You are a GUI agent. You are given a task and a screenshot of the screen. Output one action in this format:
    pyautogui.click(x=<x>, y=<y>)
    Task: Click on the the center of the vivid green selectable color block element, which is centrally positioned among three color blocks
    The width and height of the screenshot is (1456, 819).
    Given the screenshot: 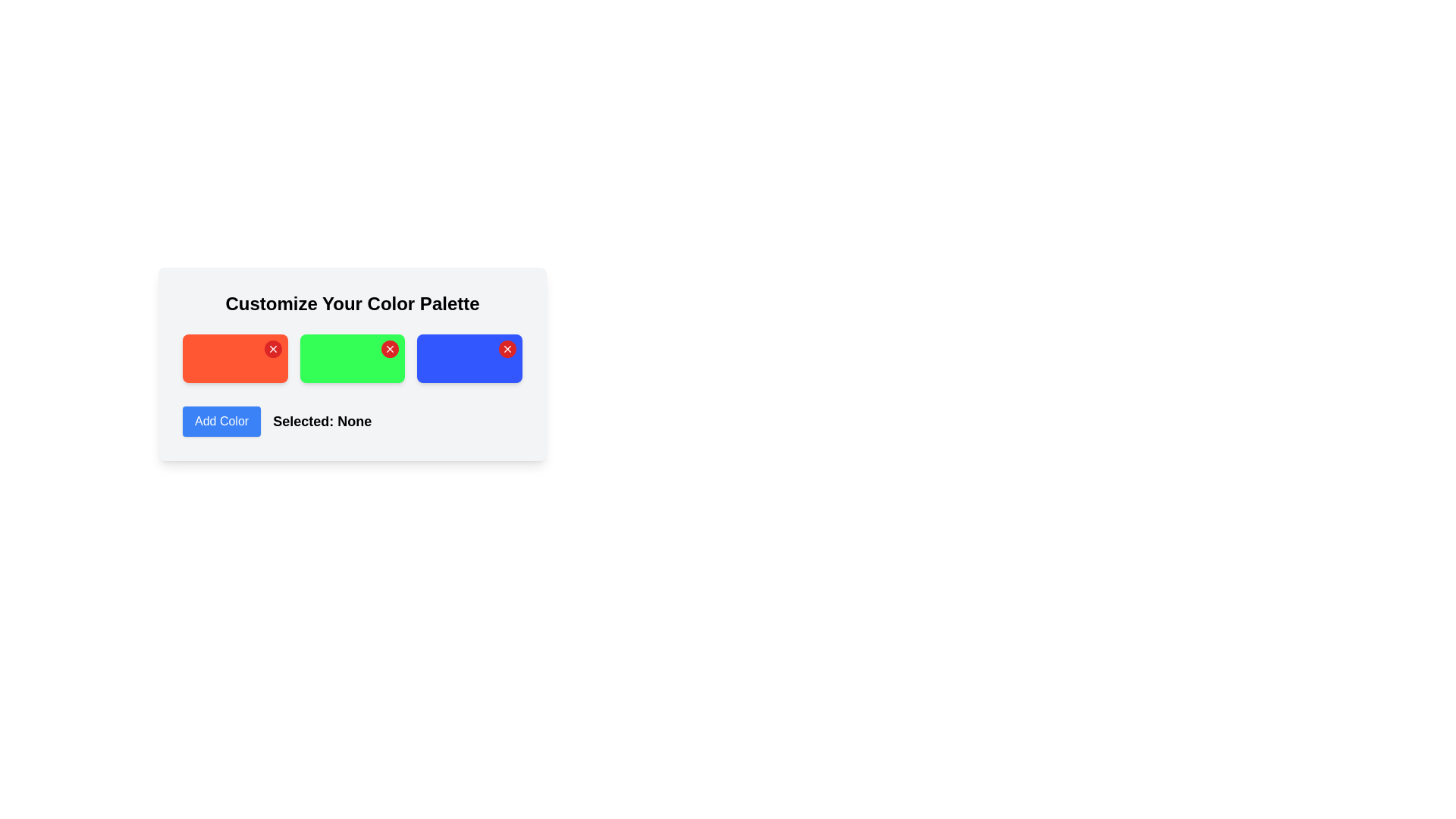 What is the action you would take?
    pyautogui.click(x=352, y=364)
    